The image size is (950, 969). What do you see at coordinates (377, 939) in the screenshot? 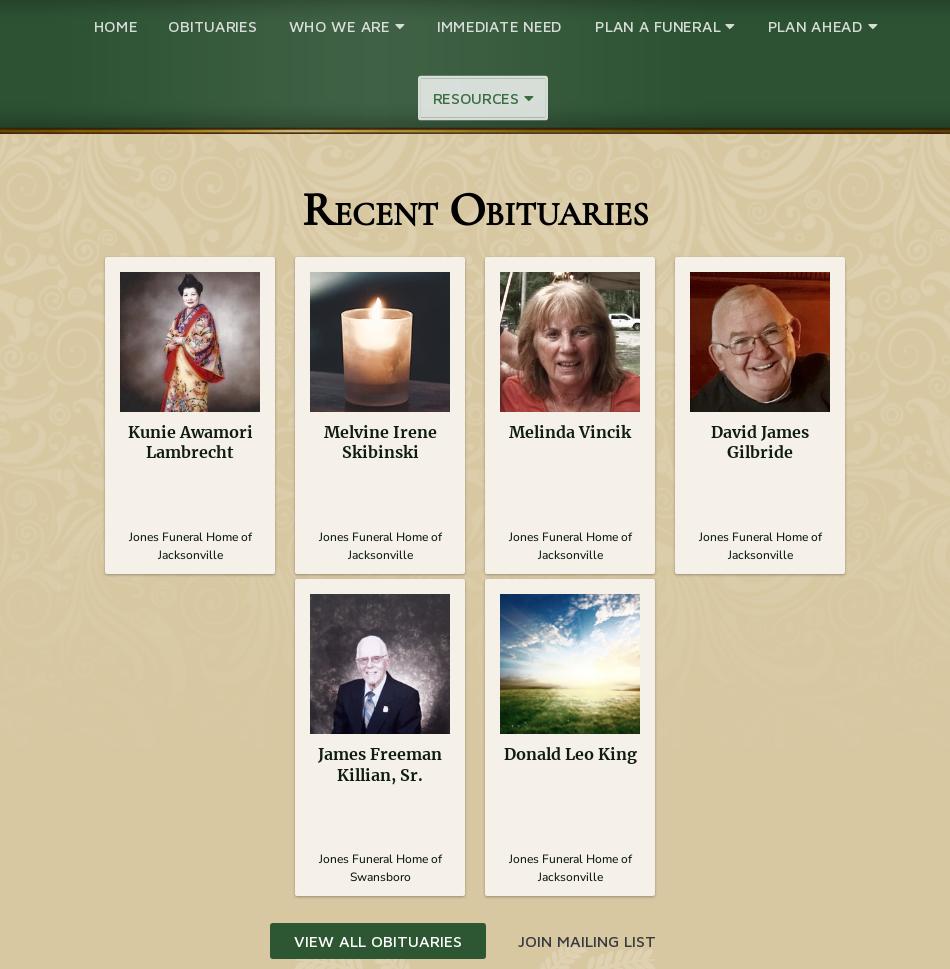
I see `'View All Obituaries'` at bounding box center [377, 939].